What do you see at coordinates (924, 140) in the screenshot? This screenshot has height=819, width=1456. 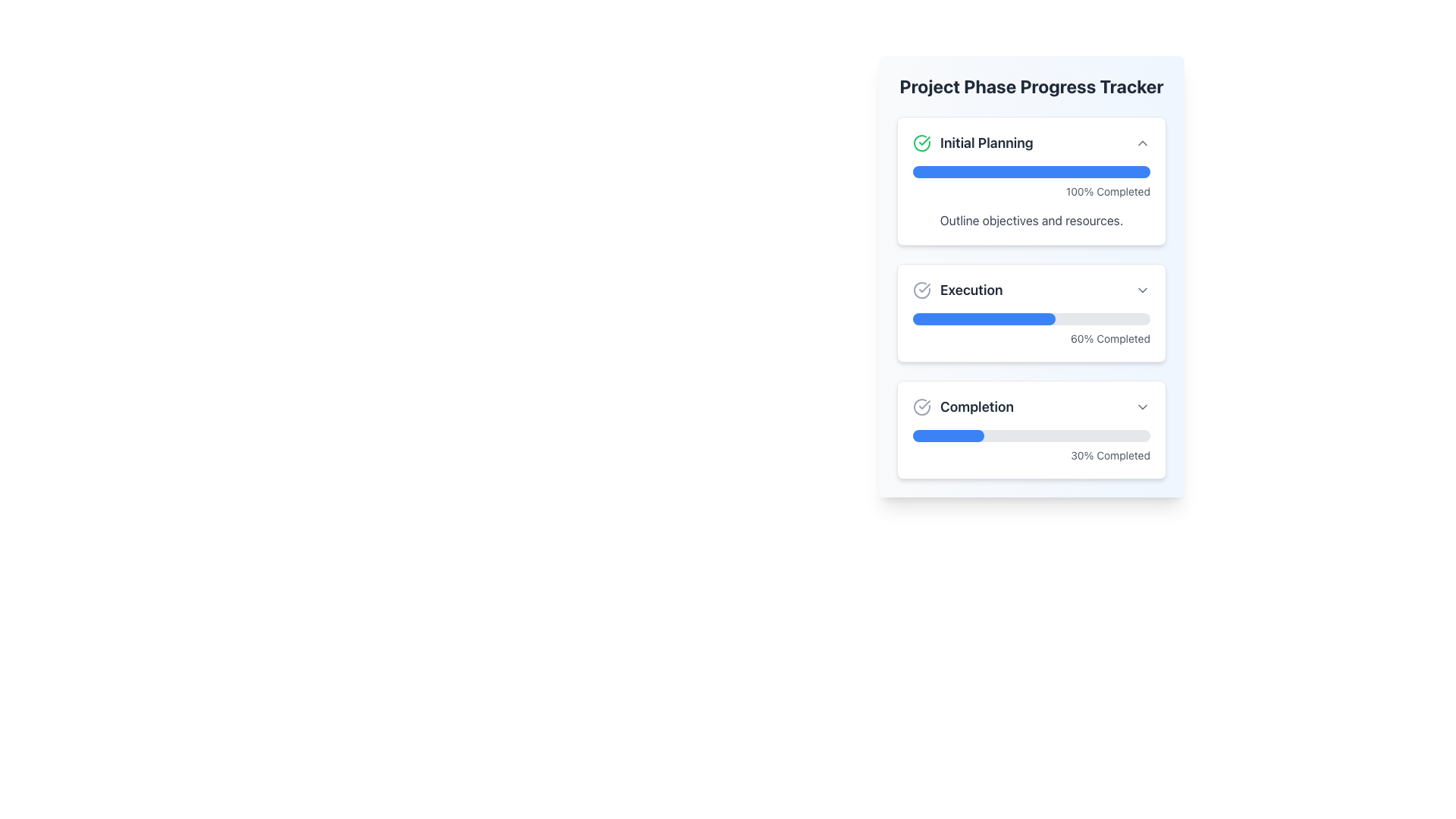 I see `properties of the Icon that signifies the successful state of the 'Initial Planning' task, located within the 'Project Phase Progress Tracker' panel` at bounding box center [924, 140].